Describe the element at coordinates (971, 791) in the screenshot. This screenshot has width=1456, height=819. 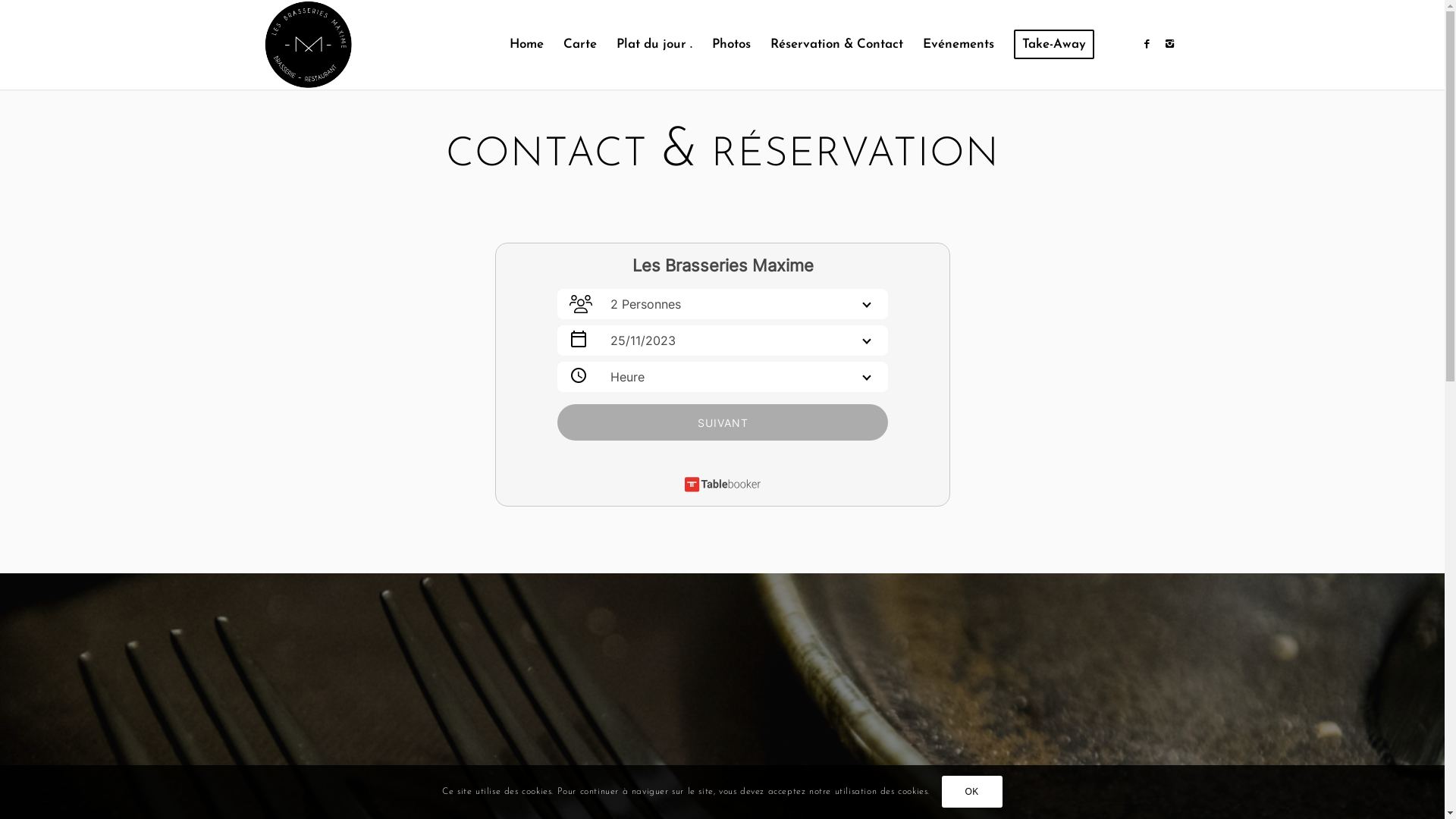
I see `'OK'` at that location.